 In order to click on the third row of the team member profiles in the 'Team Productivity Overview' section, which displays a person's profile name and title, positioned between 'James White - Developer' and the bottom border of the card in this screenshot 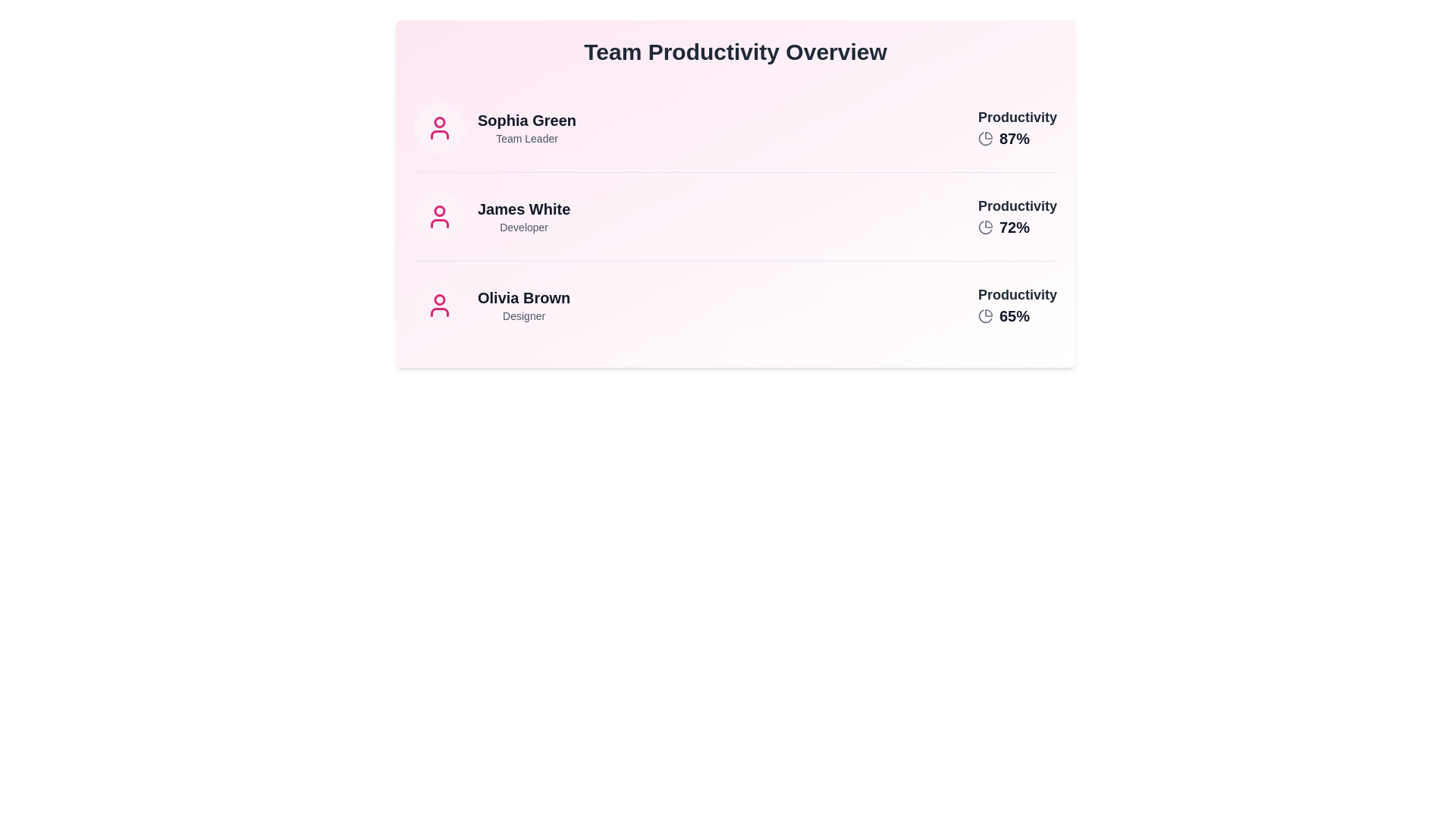, I will do `click(524, 305)`.